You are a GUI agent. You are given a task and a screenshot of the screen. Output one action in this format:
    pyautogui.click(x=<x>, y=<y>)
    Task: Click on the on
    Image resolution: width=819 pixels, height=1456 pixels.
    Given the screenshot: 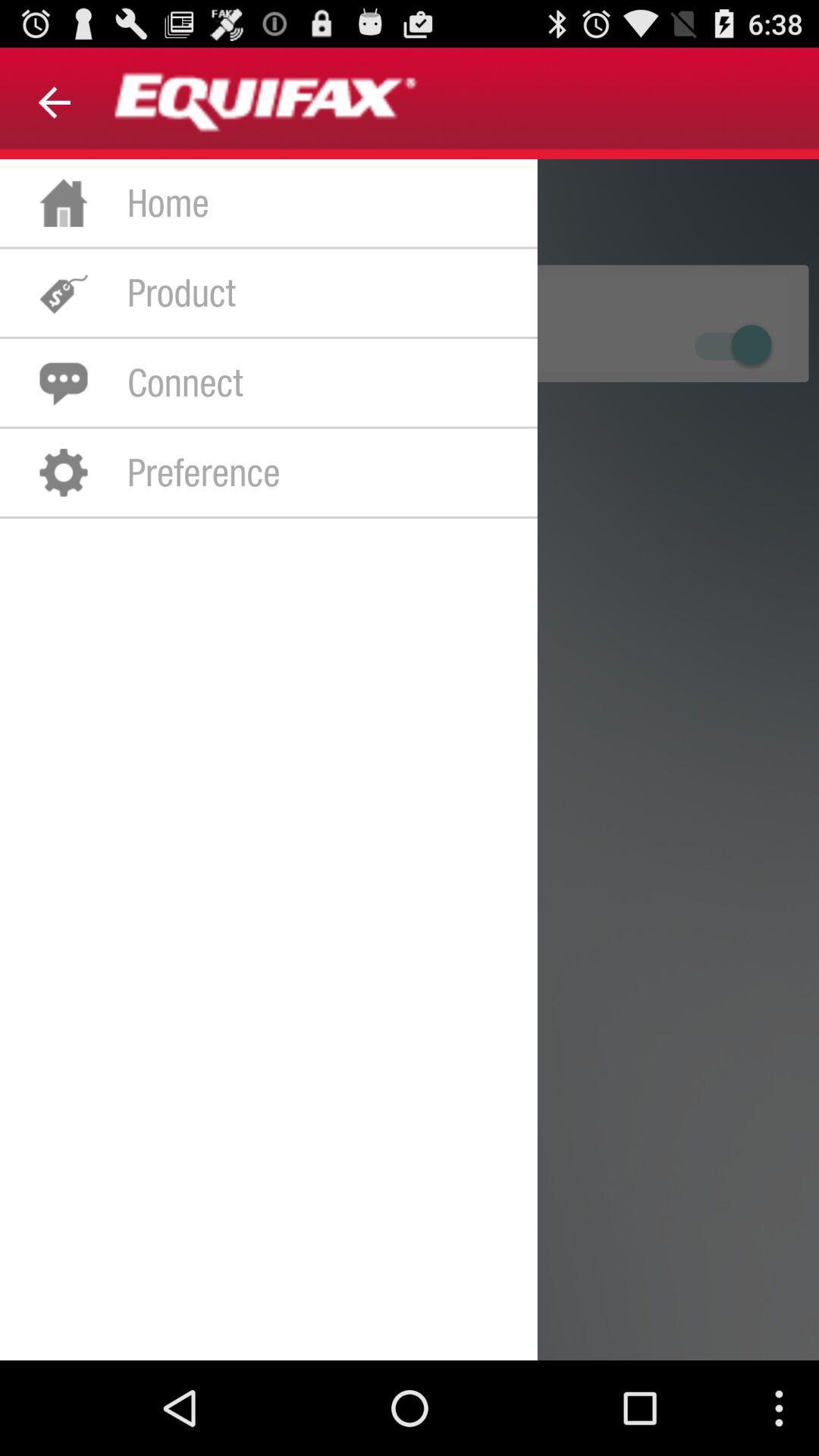 What is the action you would take?
    pyautogui.click(x=730, y=344)
    